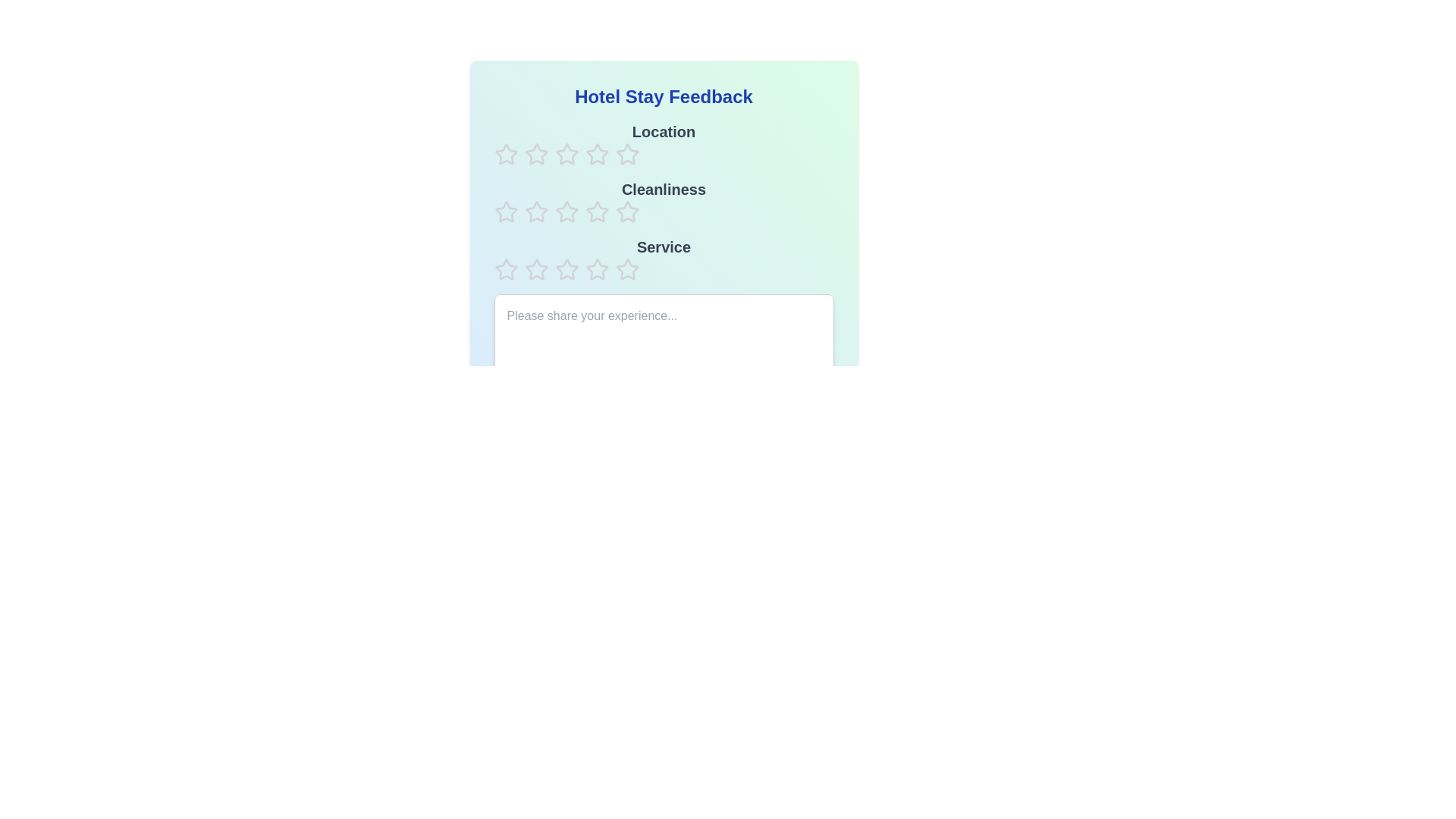  Describe the element at coordinates (596, 212) in the screenshot. I see `the fifth clickable star in the cleanliness rating row within the feedback section` at that location.